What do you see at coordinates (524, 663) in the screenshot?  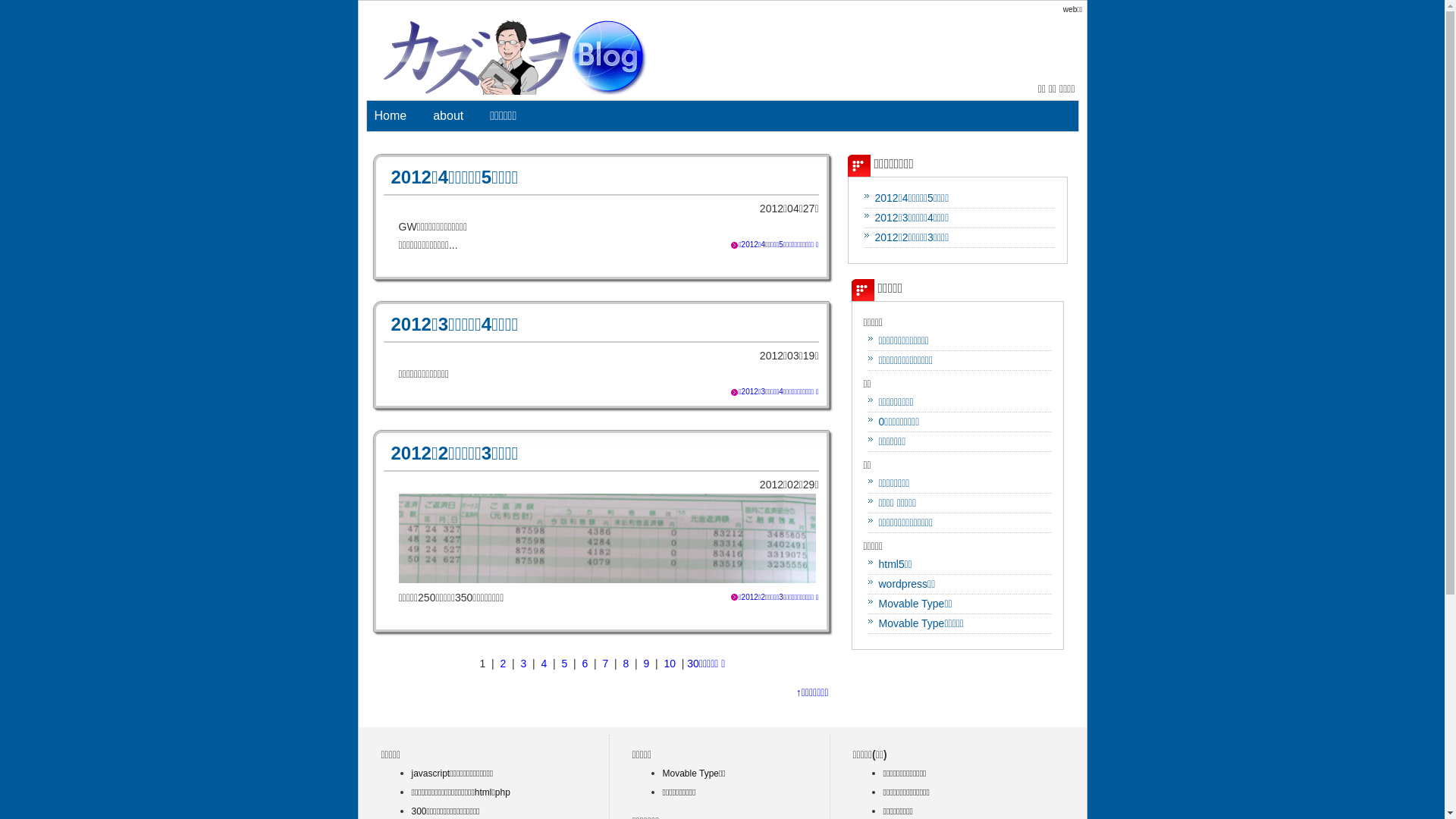 I see `' 3 '` at bounding box center [524, 663].